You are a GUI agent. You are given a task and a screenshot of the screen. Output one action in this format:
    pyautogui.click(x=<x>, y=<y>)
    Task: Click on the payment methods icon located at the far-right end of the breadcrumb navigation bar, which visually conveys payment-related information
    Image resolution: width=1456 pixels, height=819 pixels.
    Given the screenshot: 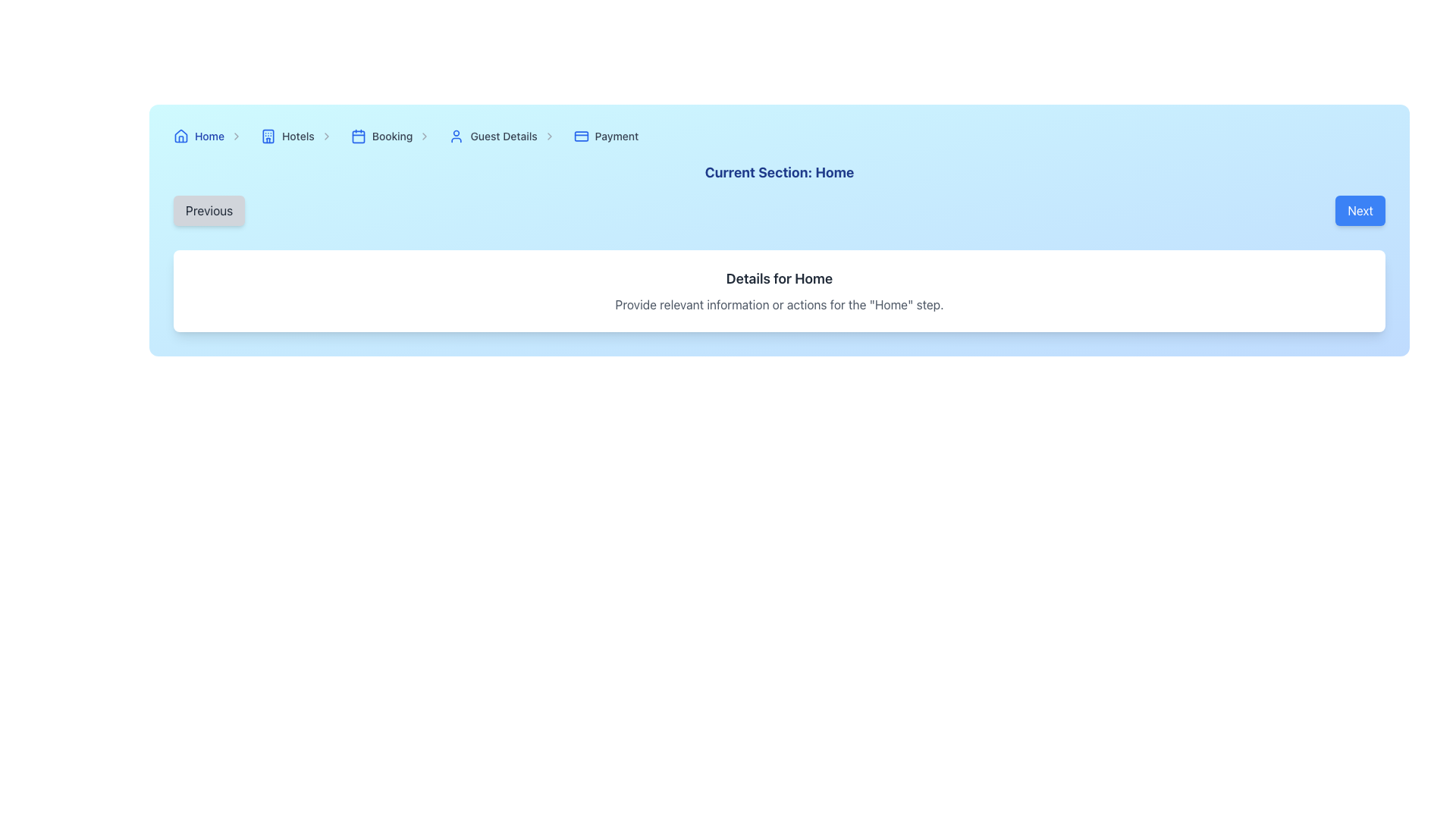 What is the action you would take?
    pyautogui.click(x=580, y=136)
    